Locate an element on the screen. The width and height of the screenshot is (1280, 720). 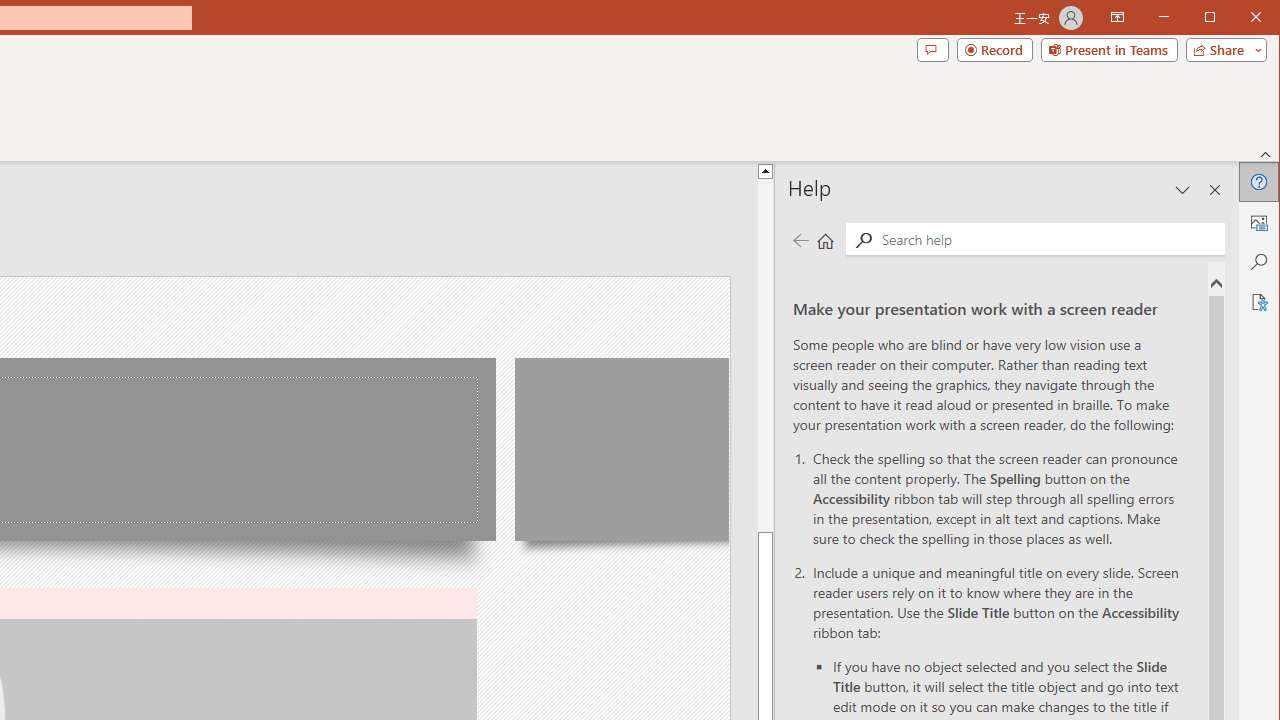
'Previous page' is located at coordinates (800, 239).